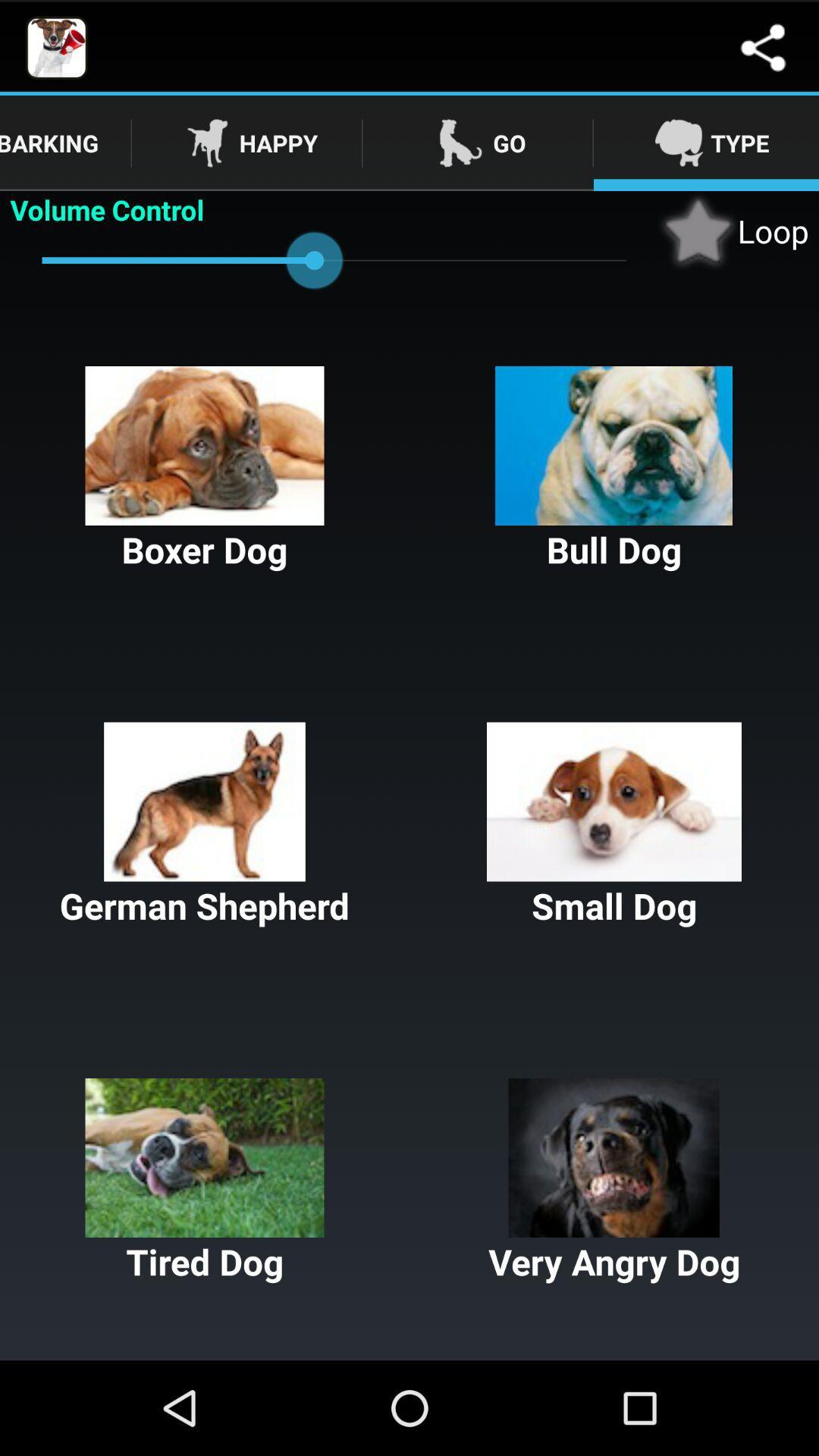  What do you see at coordinates (733, 230) in the screenshot?
I see `the button above the bull dog button` at bounding box center [733, 230].